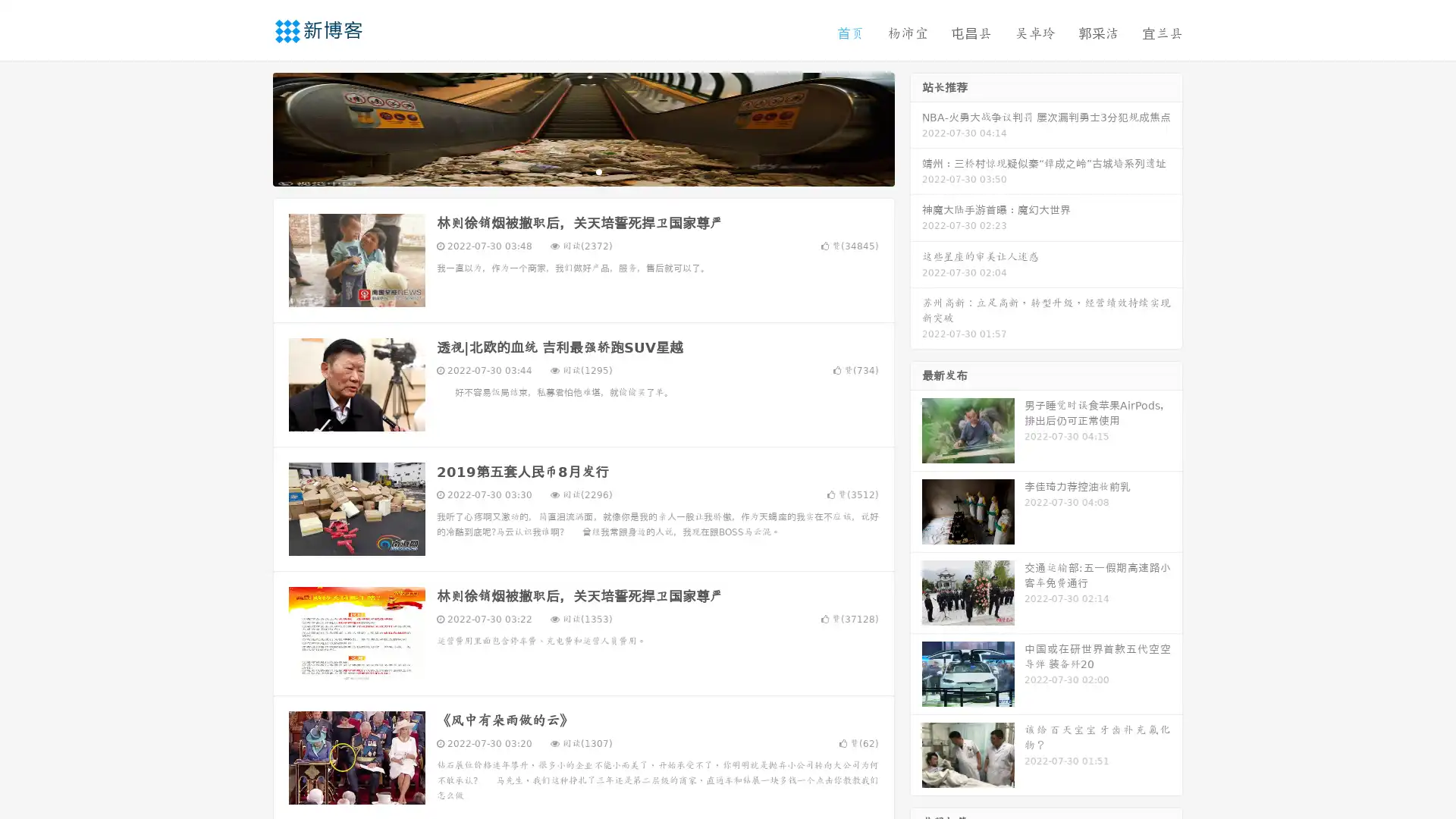  Describe the element at coordinates (582, 171) in the screenshot. I see `Go to slide 2` at that location.